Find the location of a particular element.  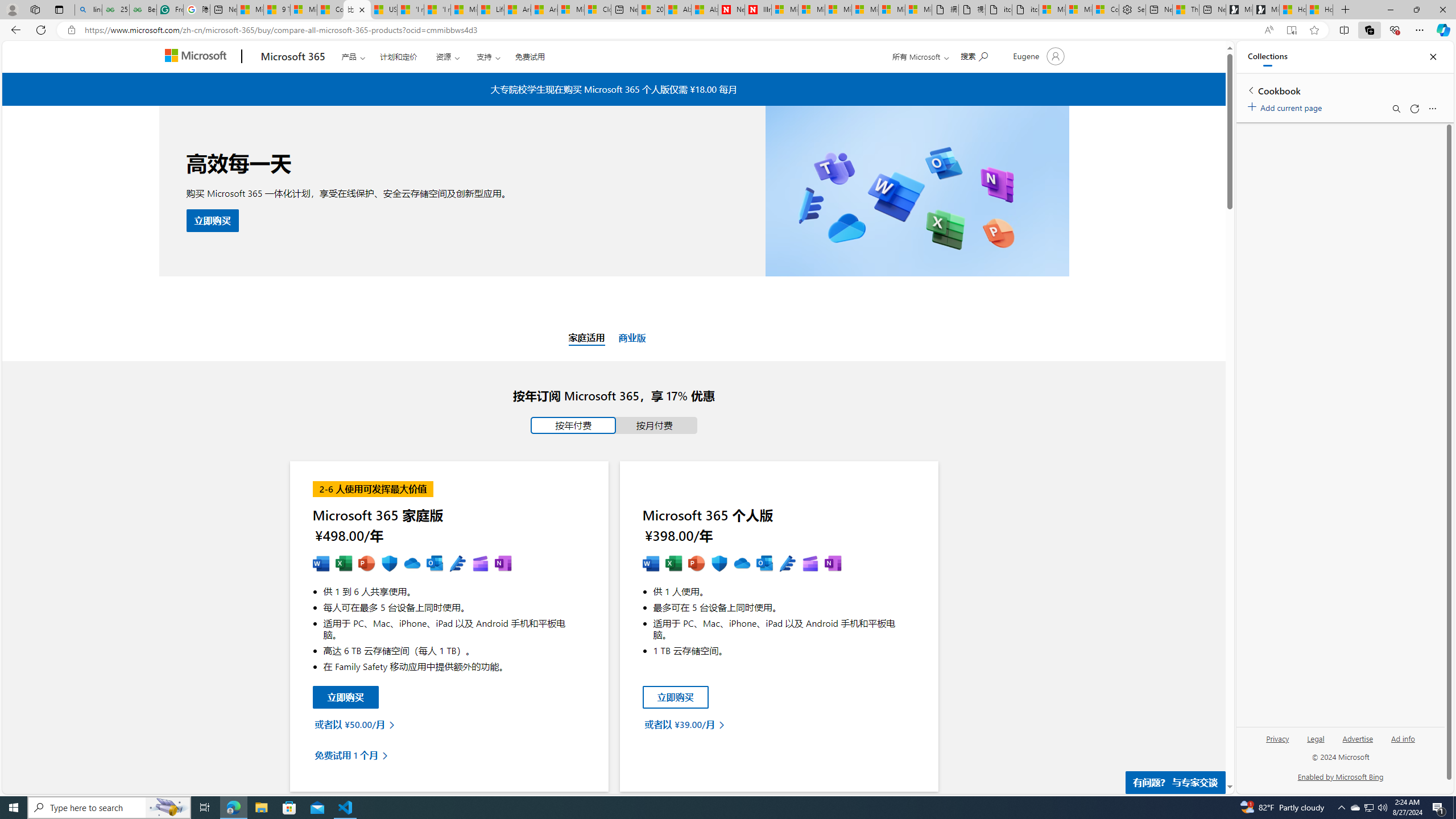

'MS Excel' is located at coordinates (674, 564).